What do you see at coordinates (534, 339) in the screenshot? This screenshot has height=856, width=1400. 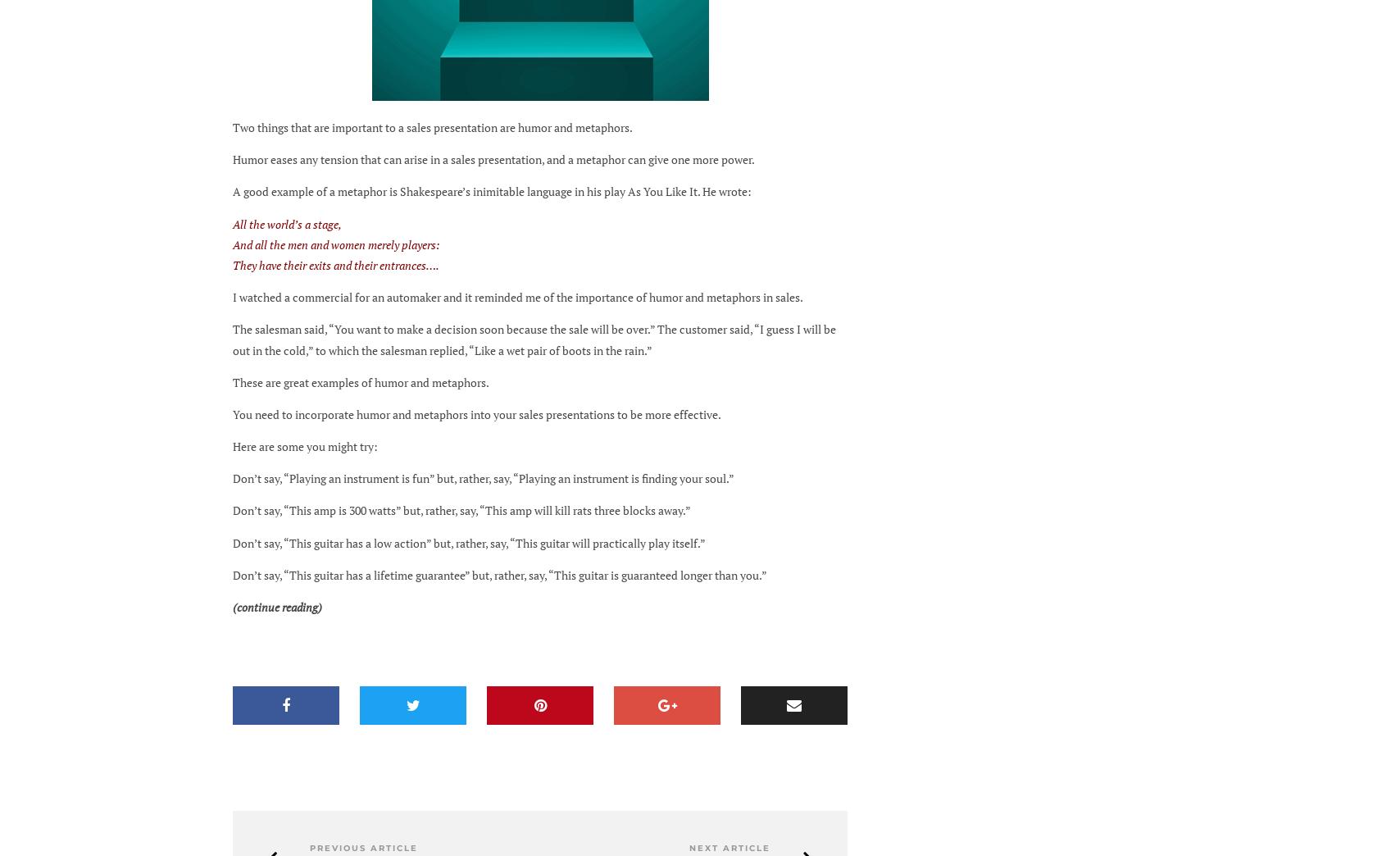 I see `'The salesman said, “You want to make a decision soon because the sale will be over.” The customer said, “I guess I will be out in the cold,” to which the salesman replied, “Like a wet pair of boots in the rain.”'` at bounding box center [534, 339].